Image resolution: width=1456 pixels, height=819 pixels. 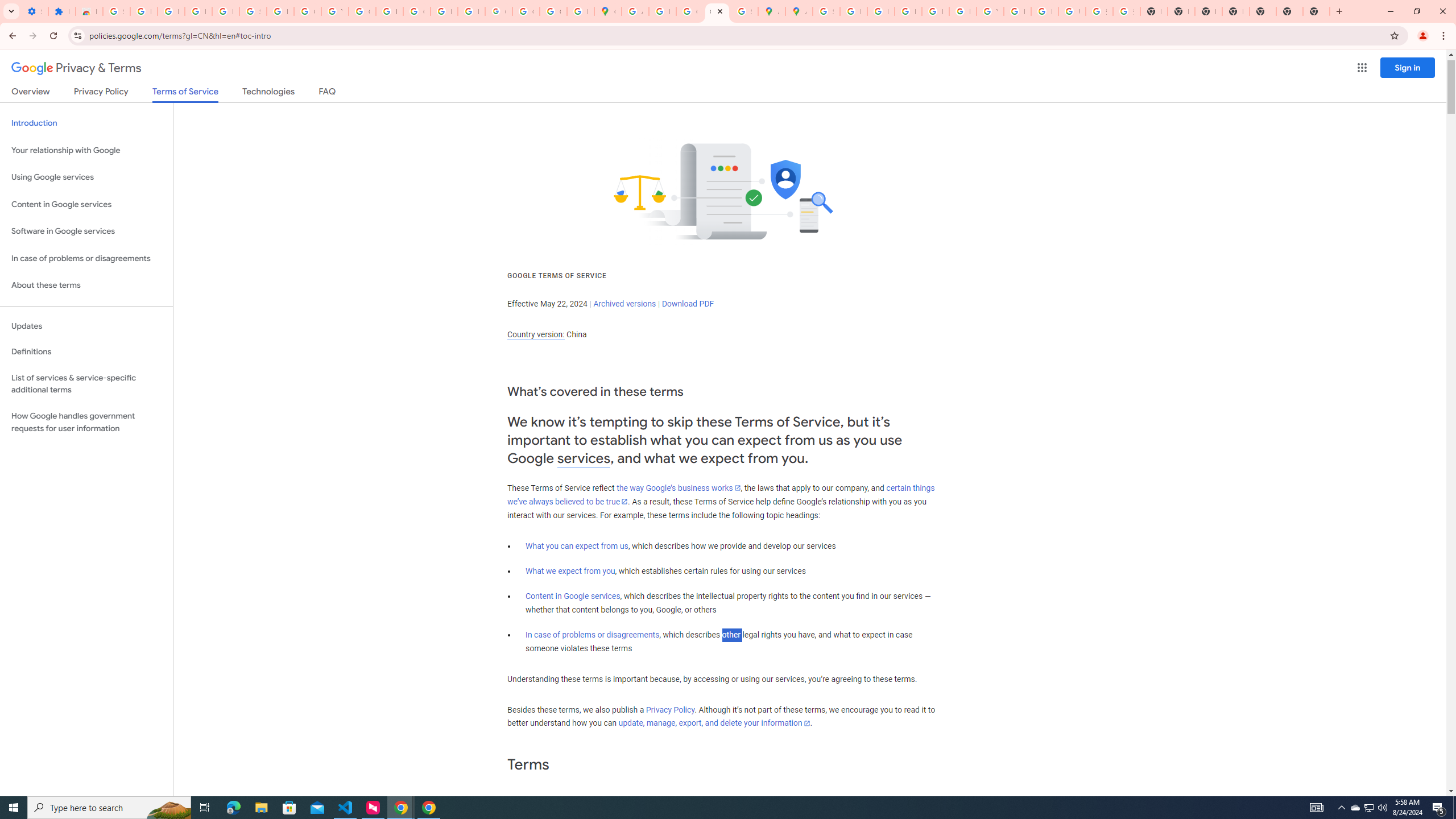 I want to click on 'Settings - On startup', so click(x=35, y=11).